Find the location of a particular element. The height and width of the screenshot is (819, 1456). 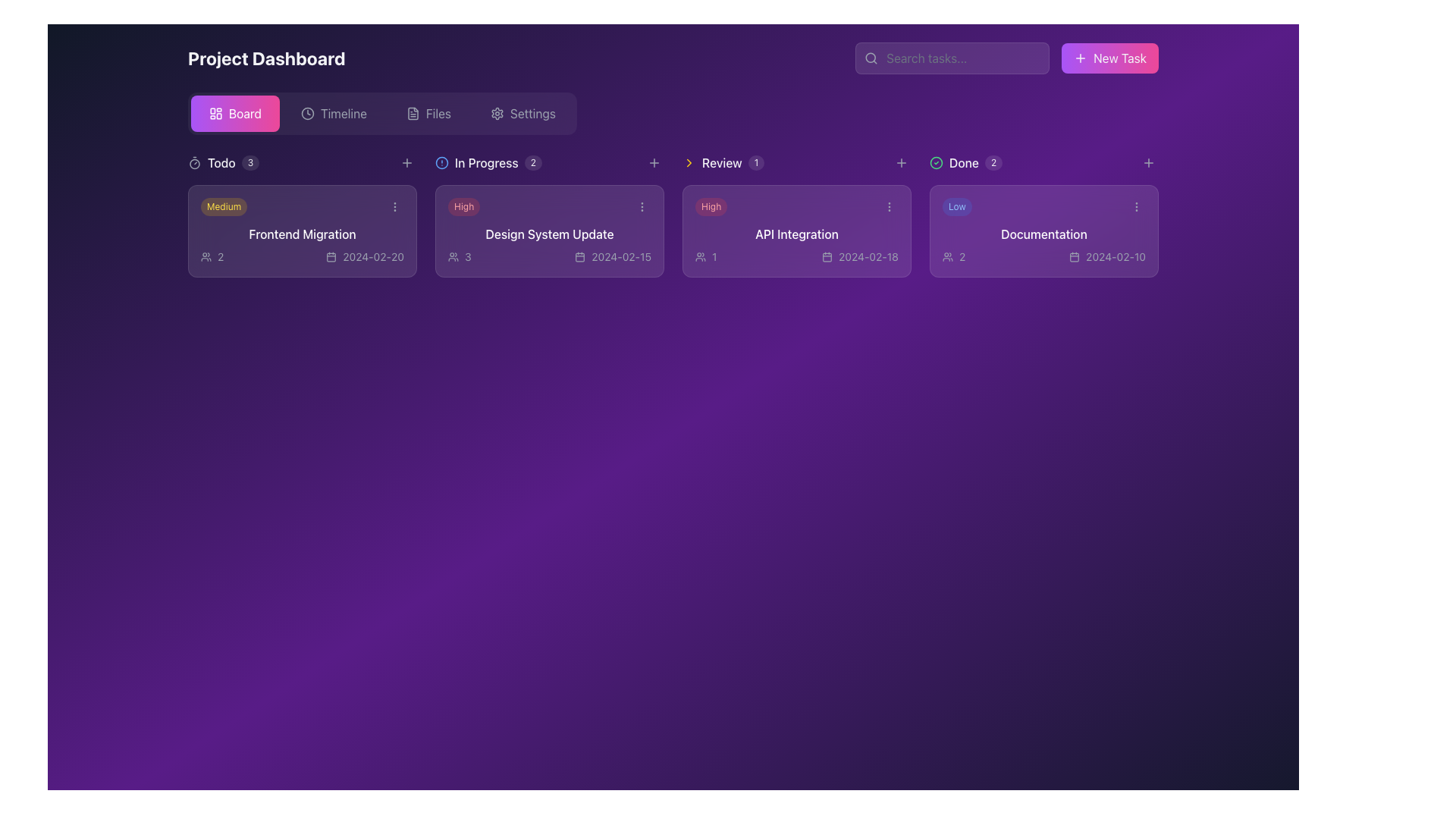

the circular shape that forms the outer outline of the checkmark icon in the 'Done' column header, located near the text label 'Done' is located at coordinates (935, 163).